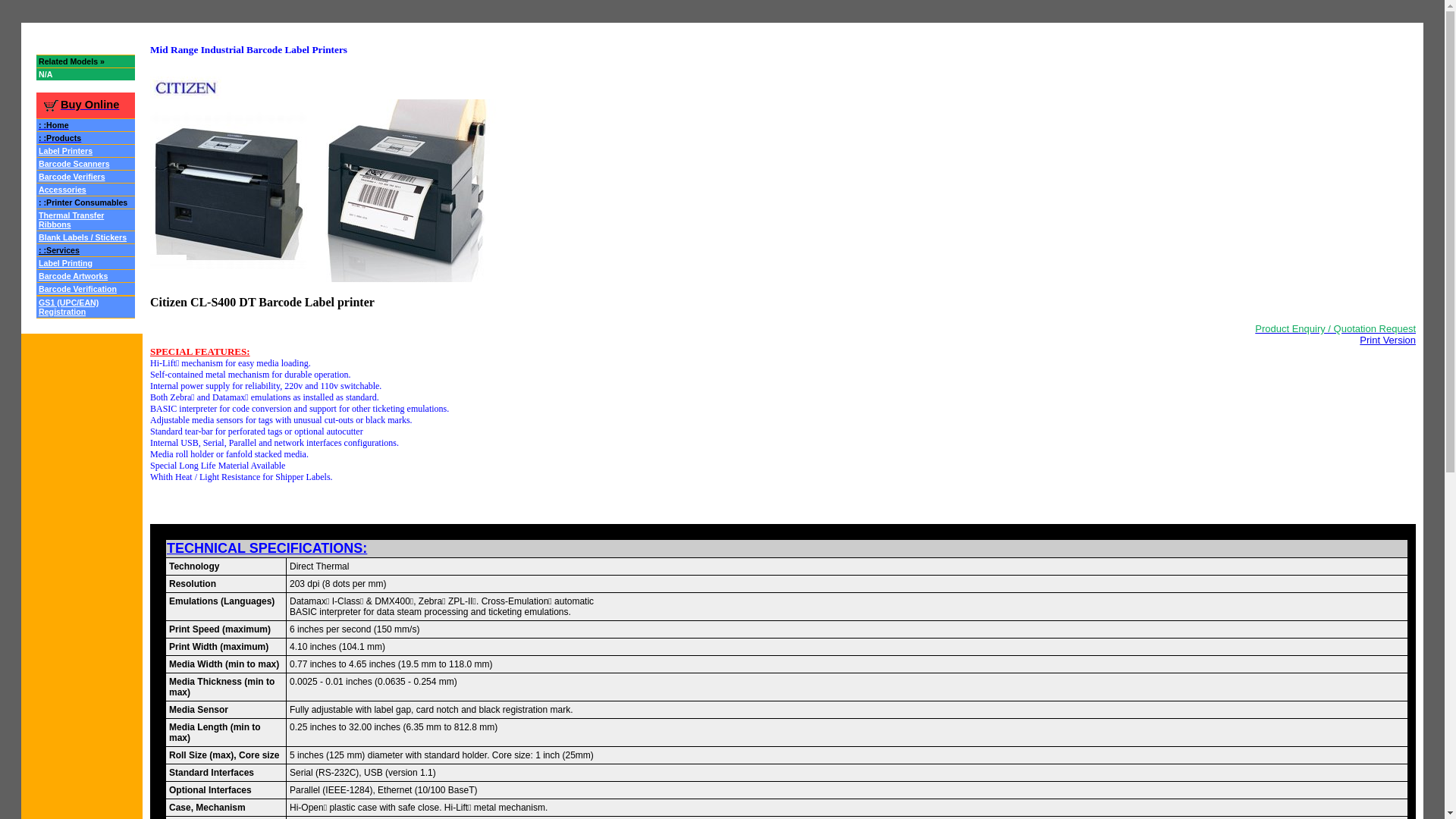  I want to click on 'Barcode Verification', so click(77, 287).